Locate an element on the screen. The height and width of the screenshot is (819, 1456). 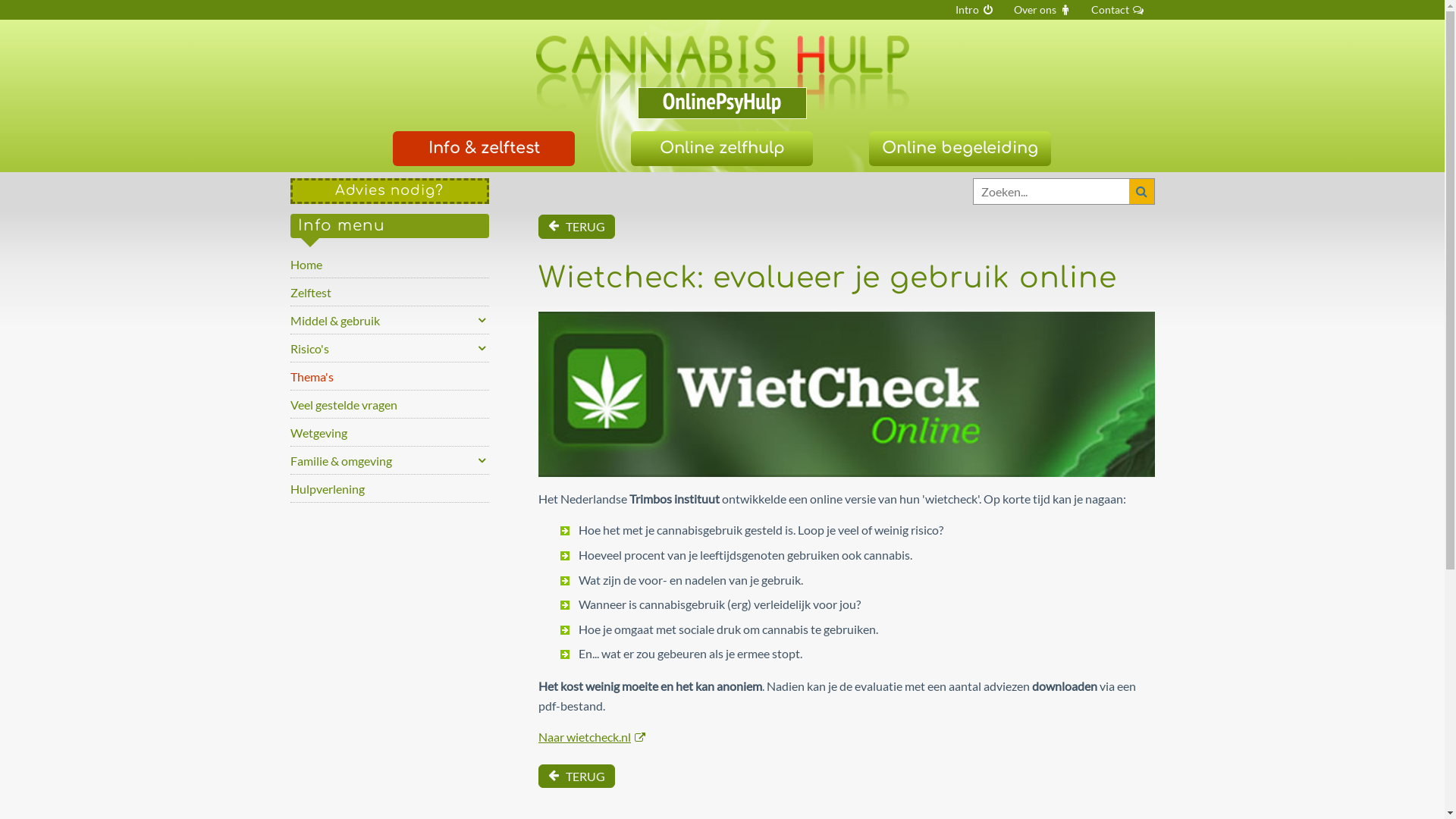
'TERUG' is located at coordinates (538, 227).